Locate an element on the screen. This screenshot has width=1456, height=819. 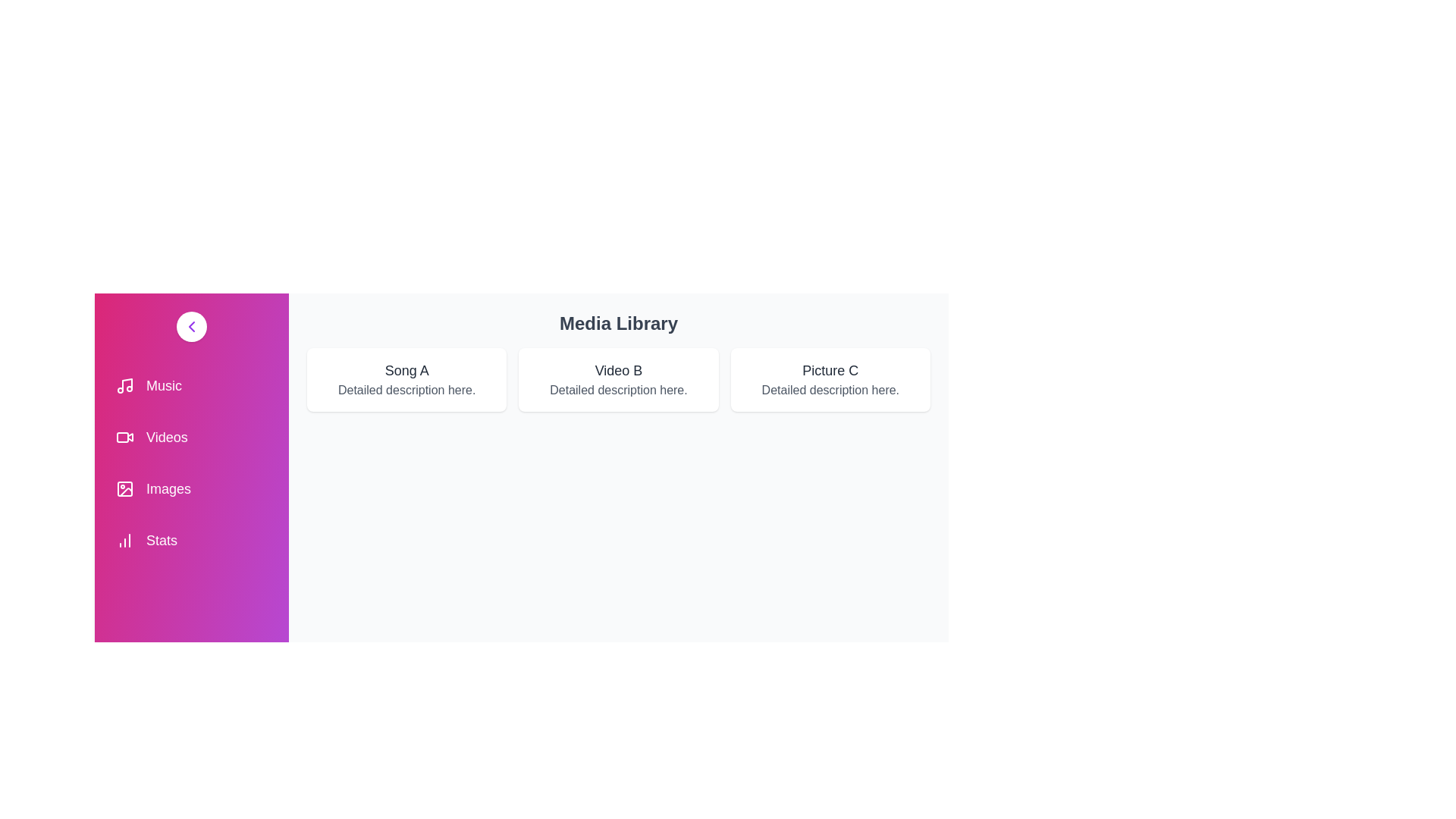
the menu item Videos to select it is located at coordinates (191, 438).